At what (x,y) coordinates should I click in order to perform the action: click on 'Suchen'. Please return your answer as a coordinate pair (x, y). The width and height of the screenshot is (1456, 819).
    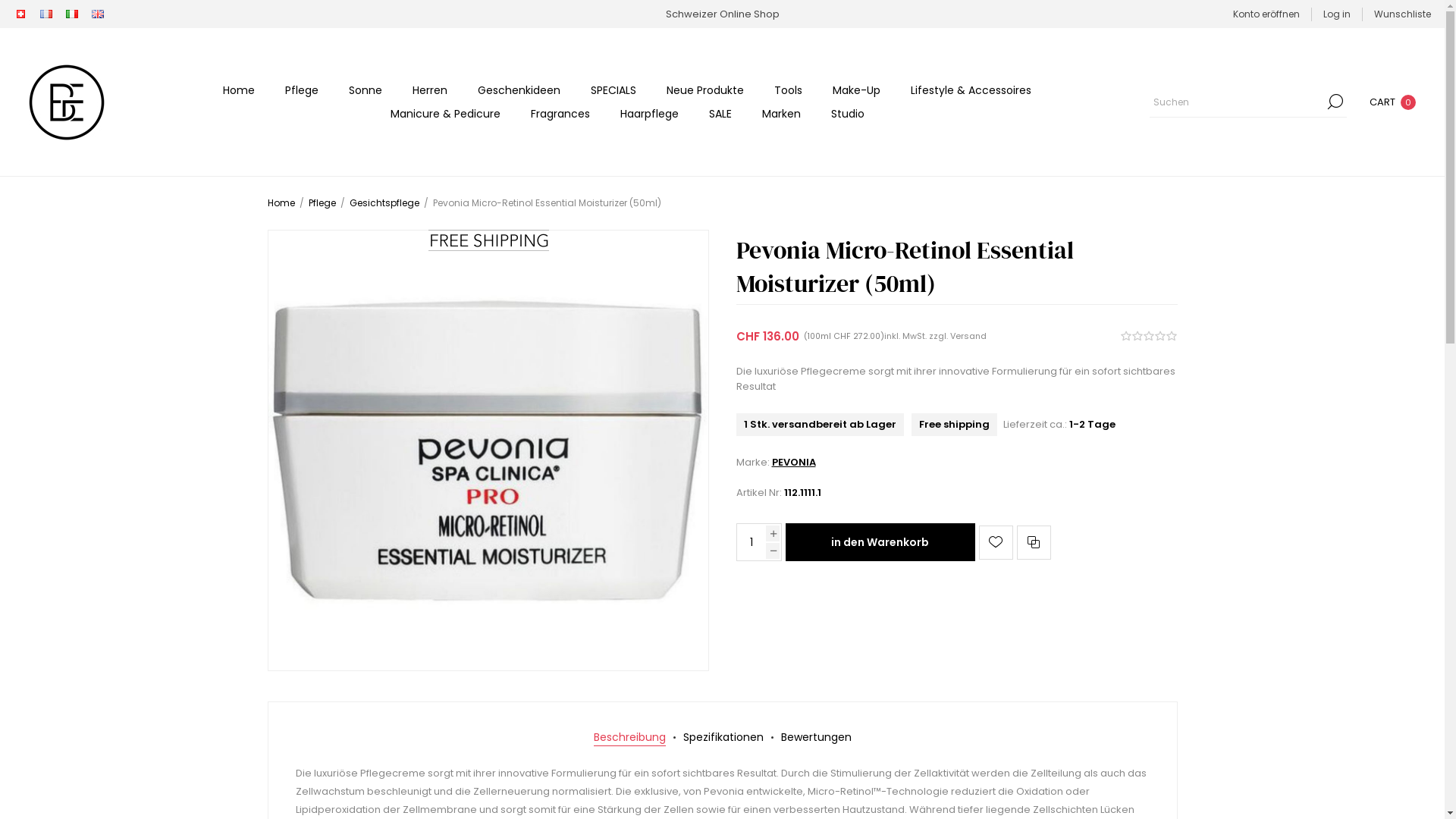
    Looking at the image, I should click on (1335, 102).